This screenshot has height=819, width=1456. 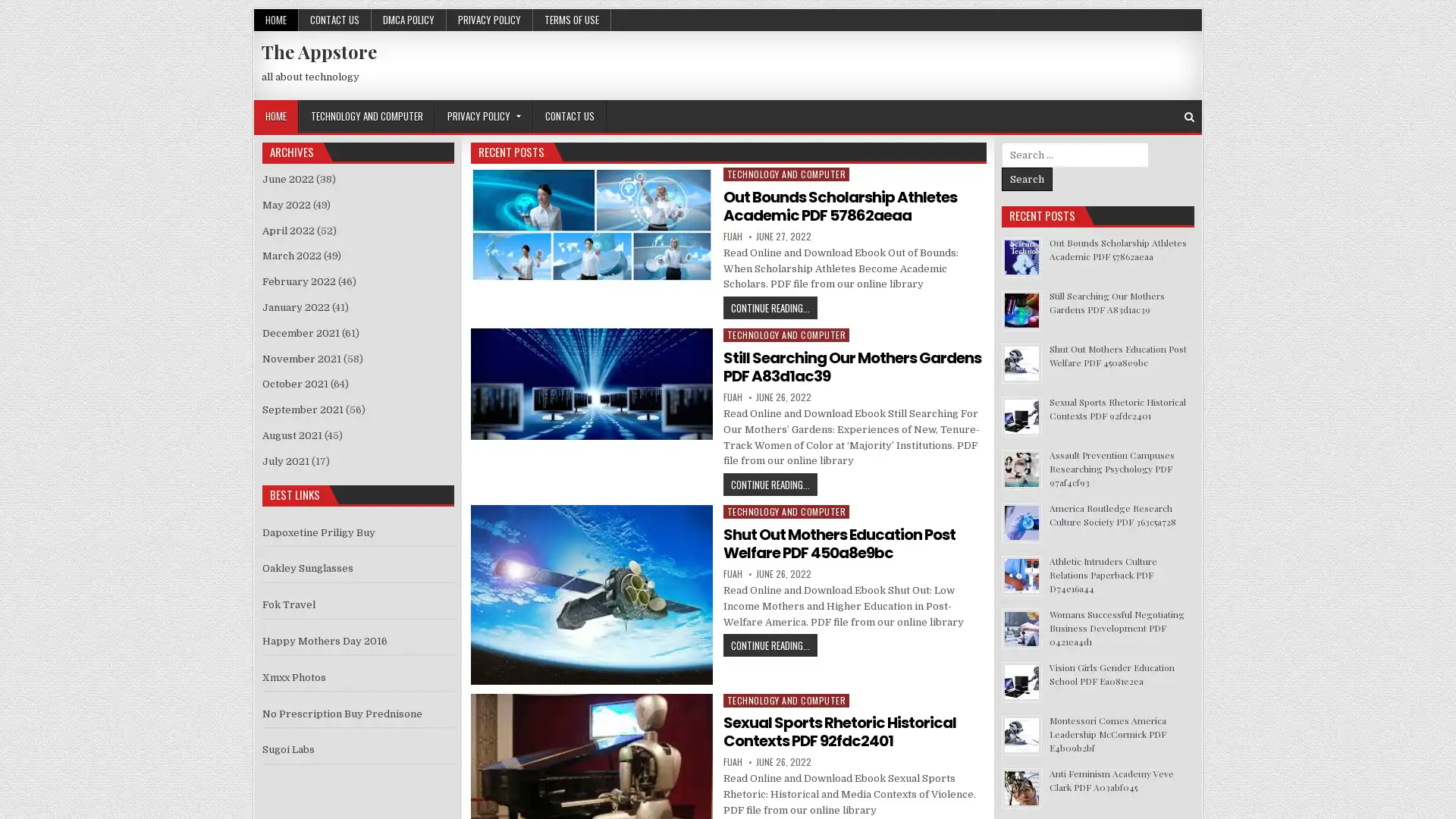 I want to click on Search, so click(x=1027, y=178).